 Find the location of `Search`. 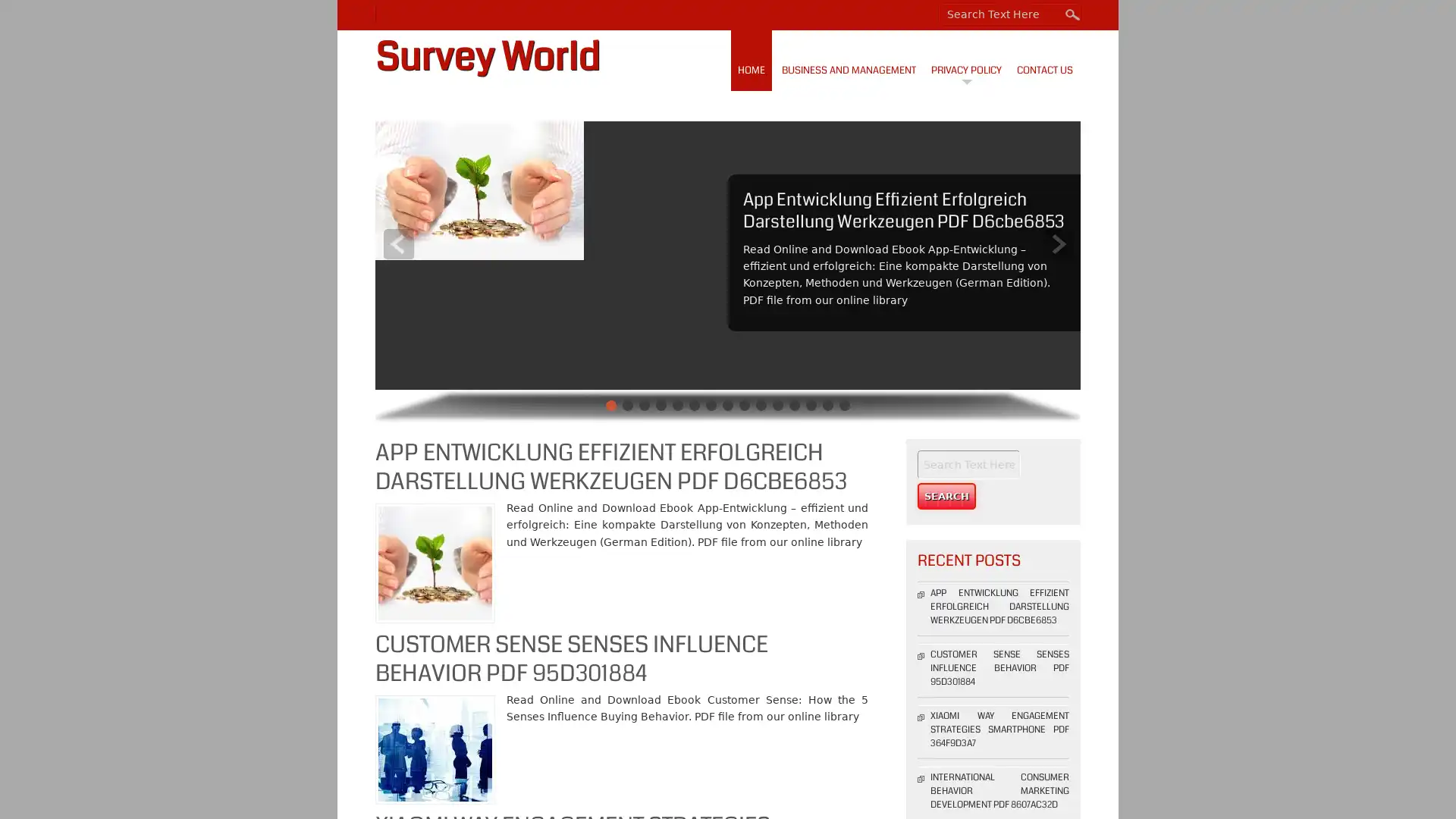

Search is located at coordinates (946, 496).